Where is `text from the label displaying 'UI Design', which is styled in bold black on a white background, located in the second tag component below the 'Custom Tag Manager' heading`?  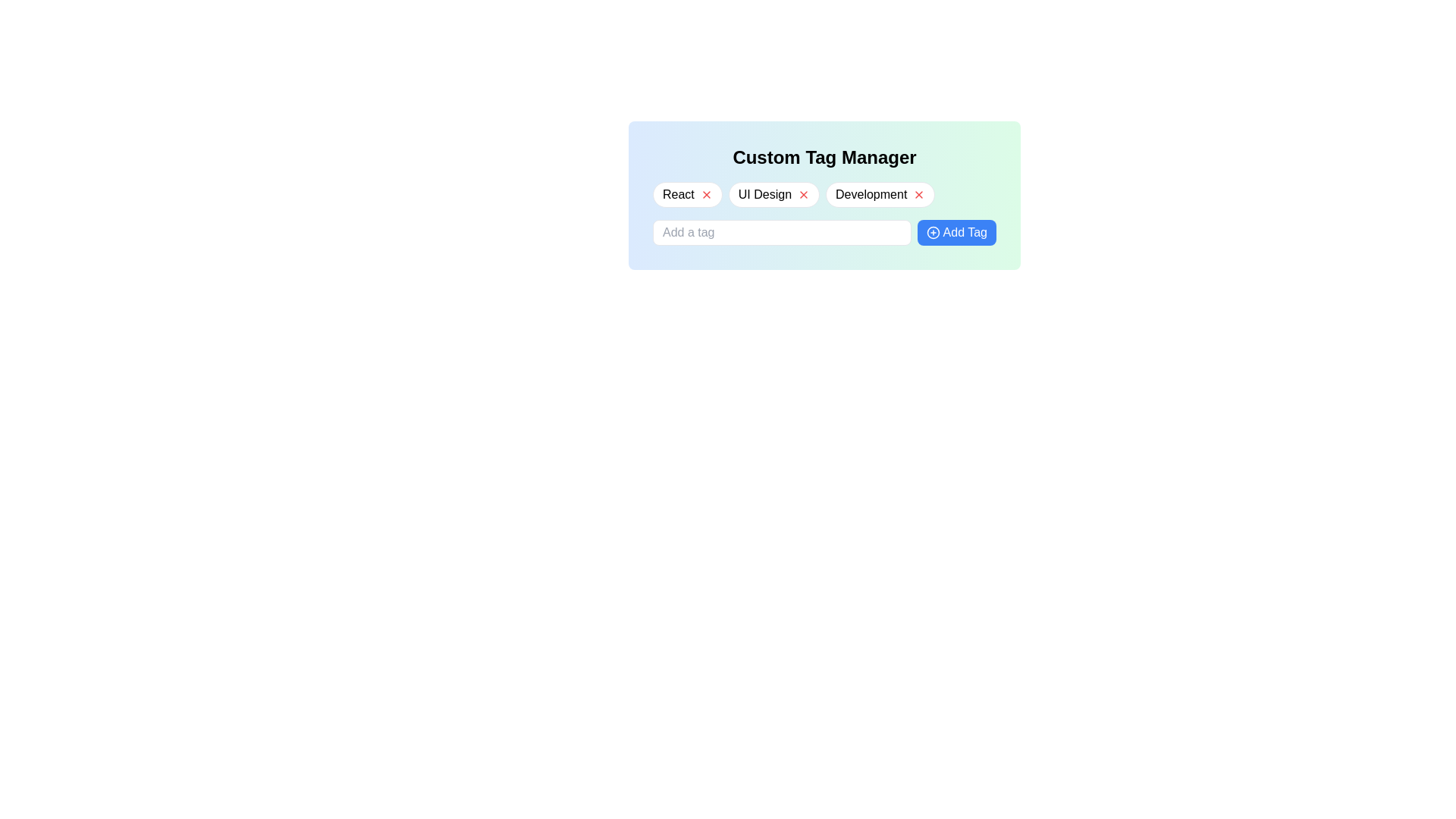 text from the label displaying 'UI Design', which is styled in bold black on a white background, located in the second tag component below the 'Custom Tag Manager' heading is located at coordinates (764, 194).